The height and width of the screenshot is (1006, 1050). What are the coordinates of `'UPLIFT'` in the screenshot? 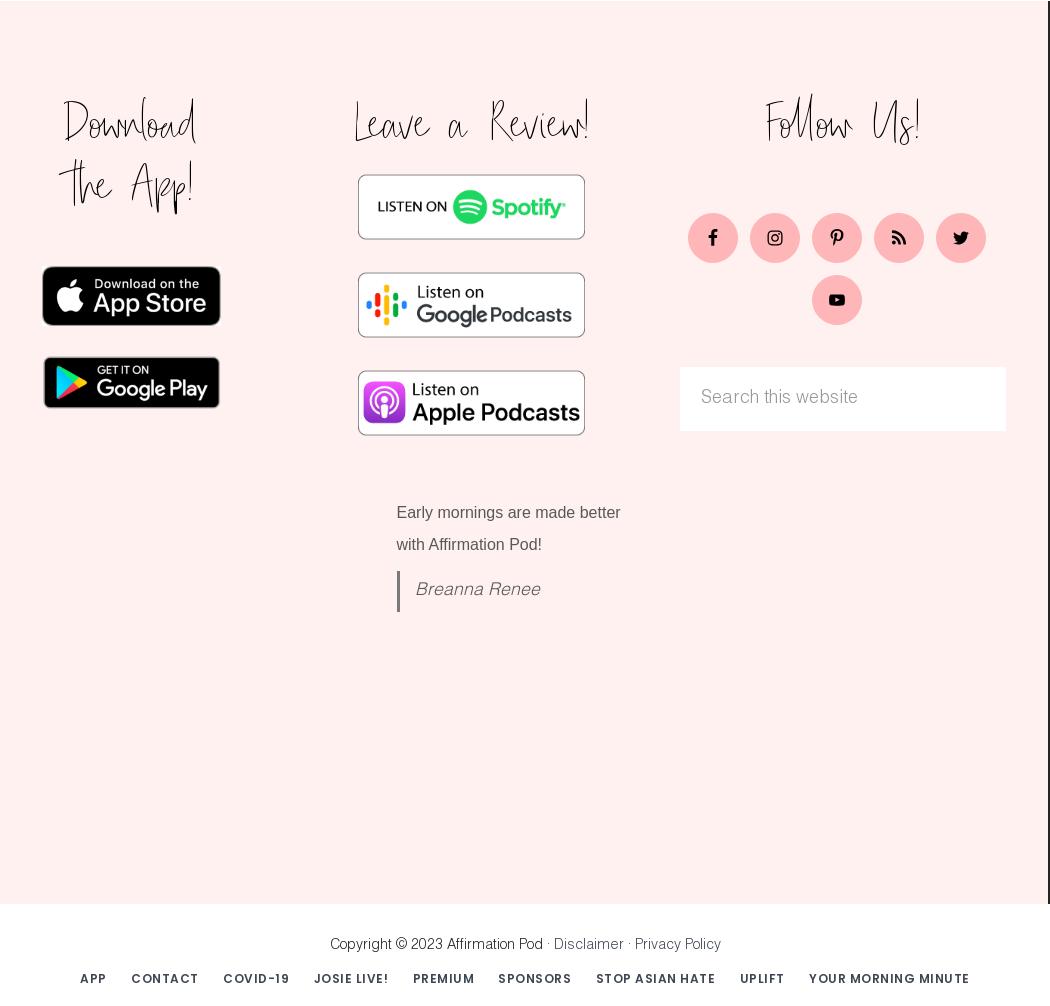 It's located at (761, 976).